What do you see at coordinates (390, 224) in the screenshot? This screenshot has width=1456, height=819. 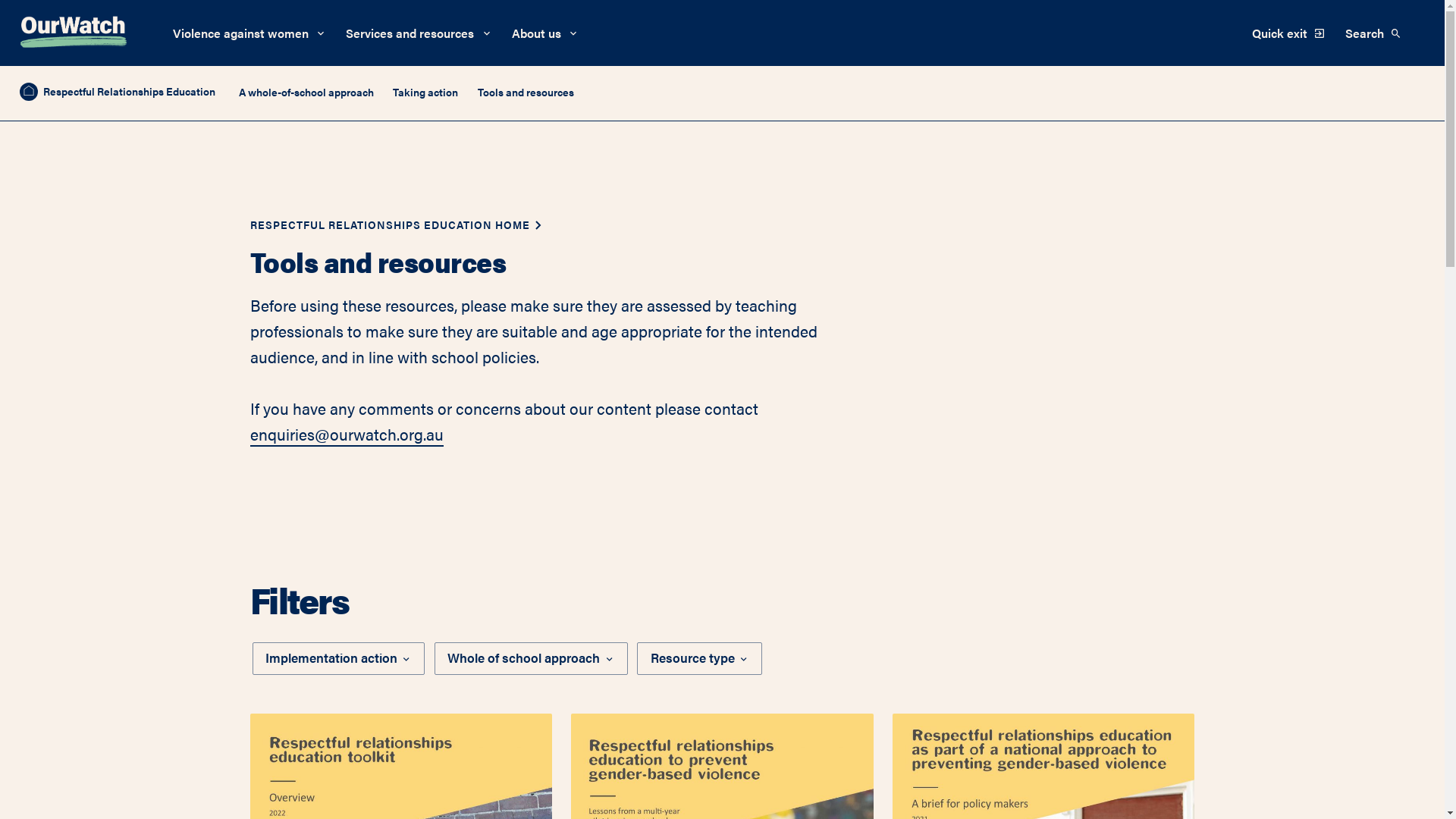 I see `'RESPECTFUL RELATIONSHIPS EDUCATION HOME'` at bounding box center [390, 224].